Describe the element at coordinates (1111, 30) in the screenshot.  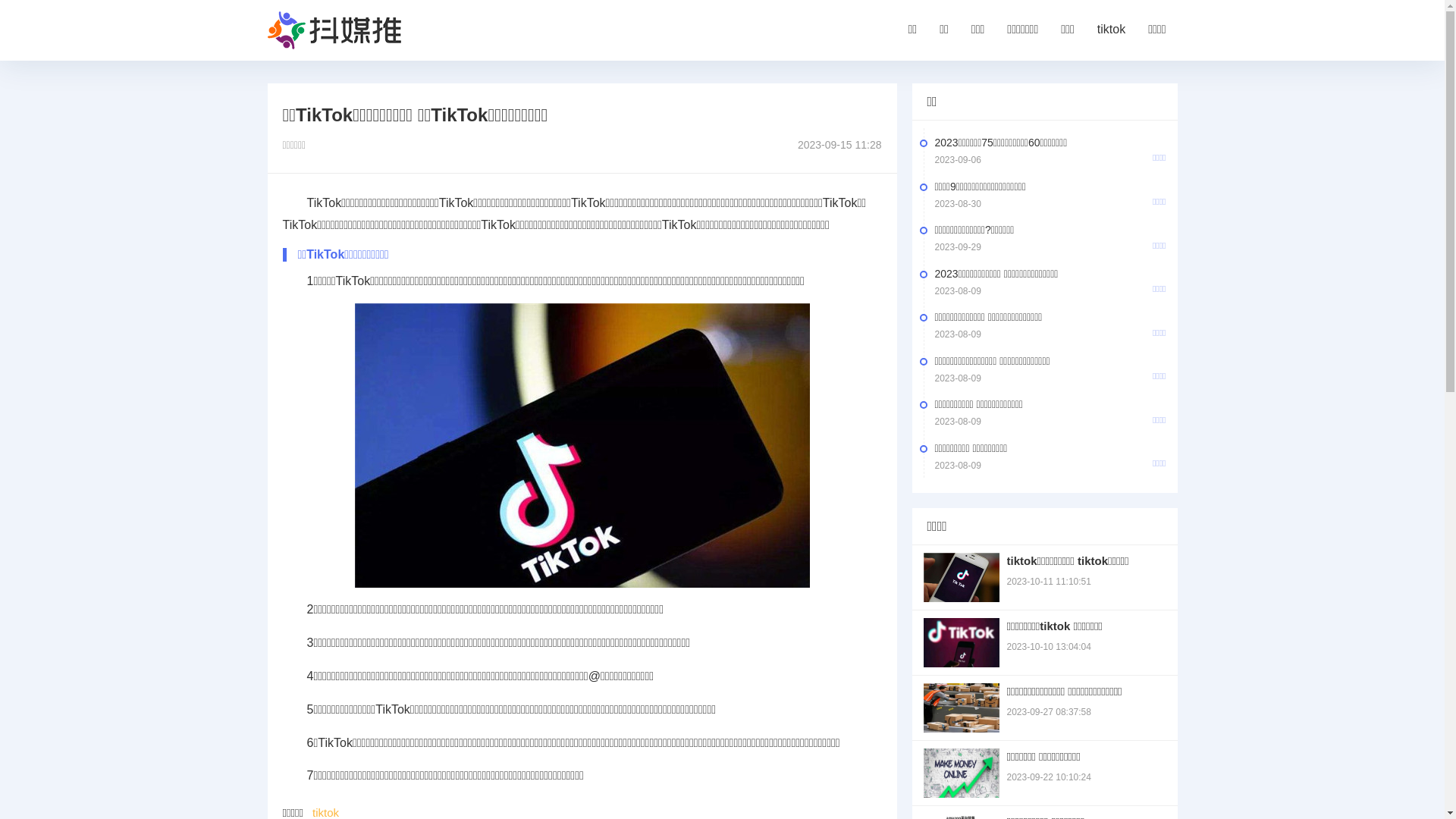
I see `'tiktok'` at that location.